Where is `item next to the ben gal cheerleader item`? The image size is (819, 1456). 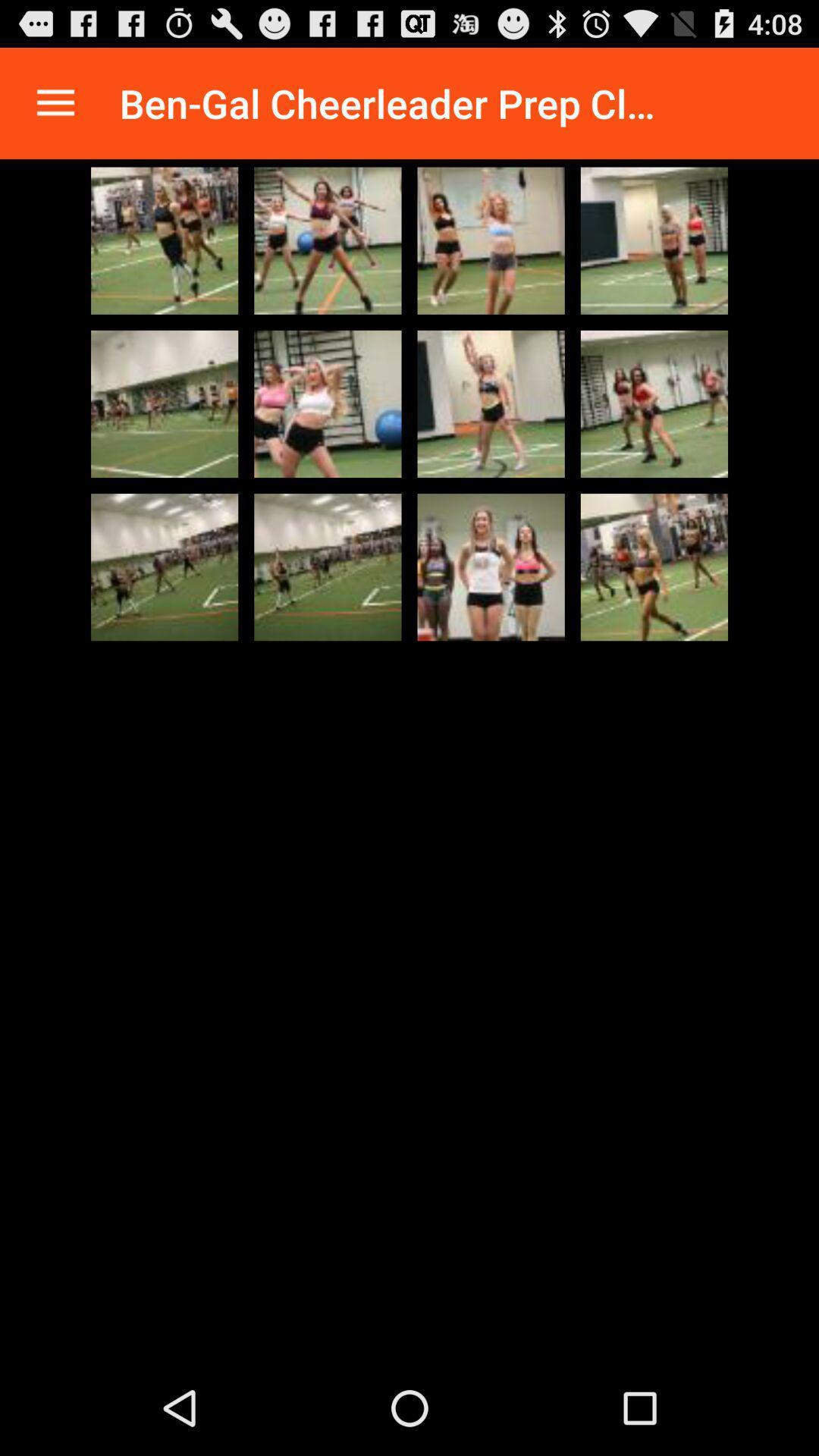
item next to the ben gal cheerleader item is located at coordinates (55, 102).